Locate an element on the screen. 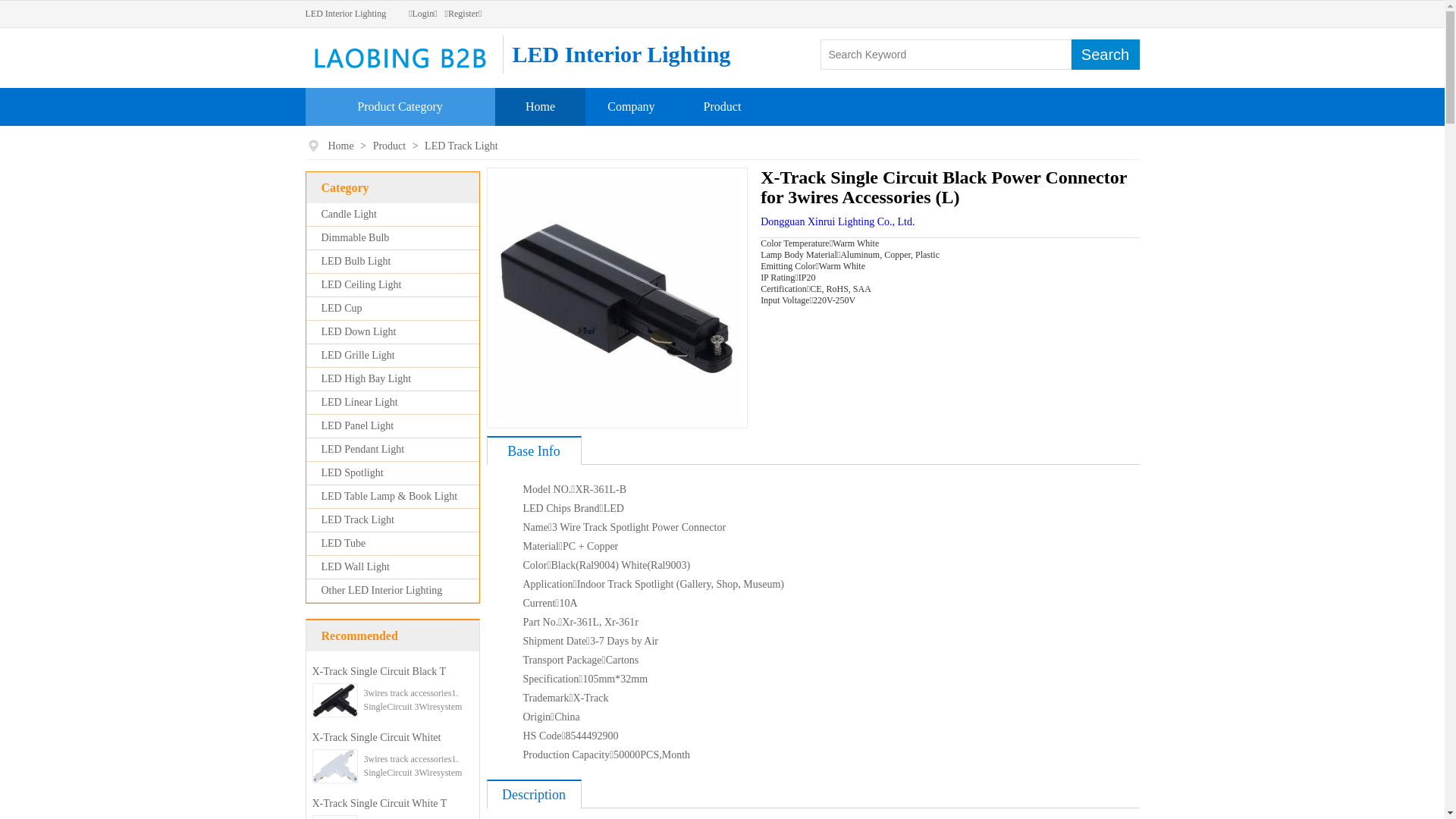 The image size is (1456, 819). 'LED Spotlight' is located at coordinates (320, 472).